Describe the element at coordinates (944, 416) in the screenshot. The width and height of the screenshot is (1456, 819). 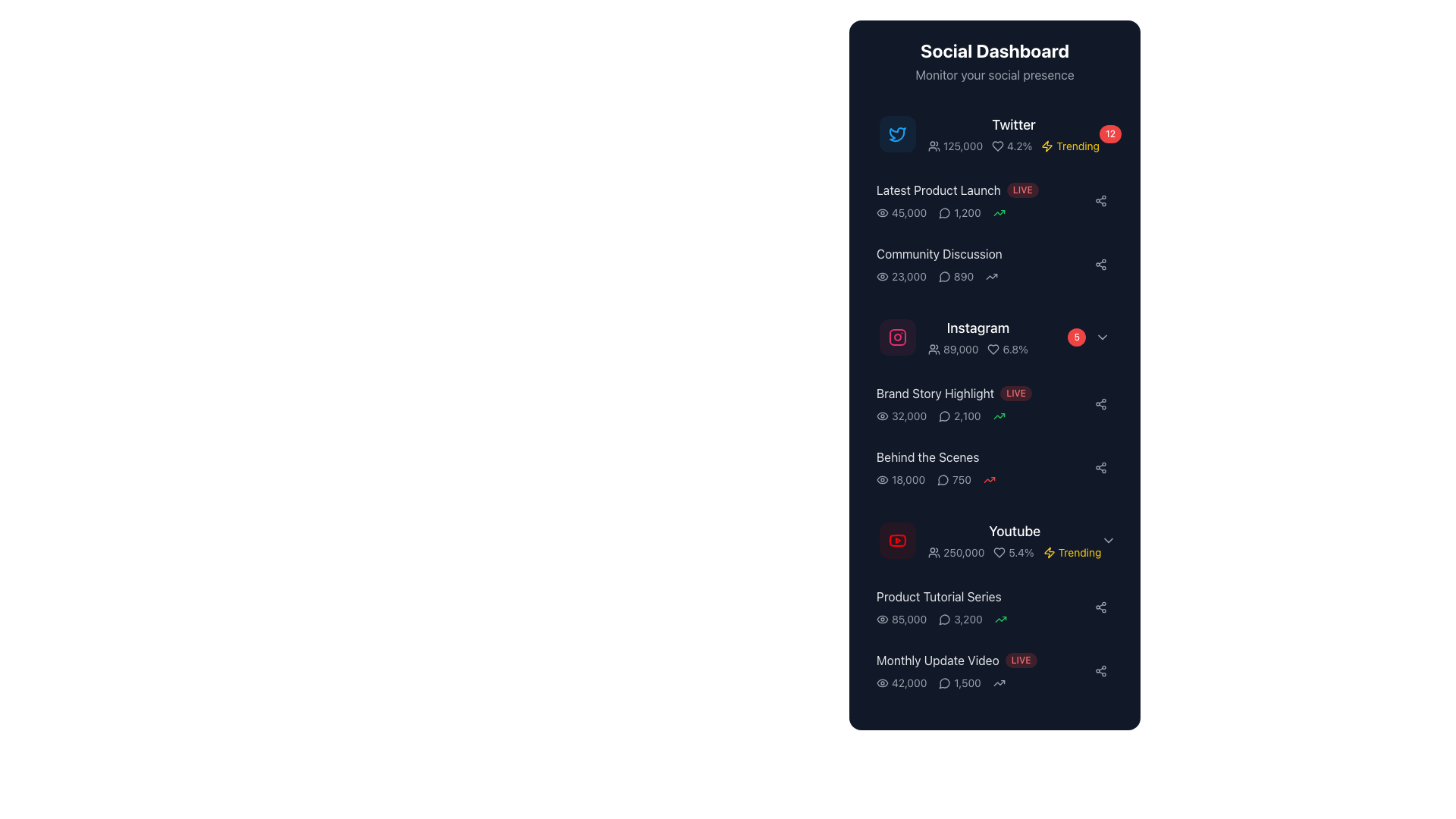
I see `the small circular comment bubble icon located in the 'Brand Story Highlight' section to interact with the related comments or details` at that location.